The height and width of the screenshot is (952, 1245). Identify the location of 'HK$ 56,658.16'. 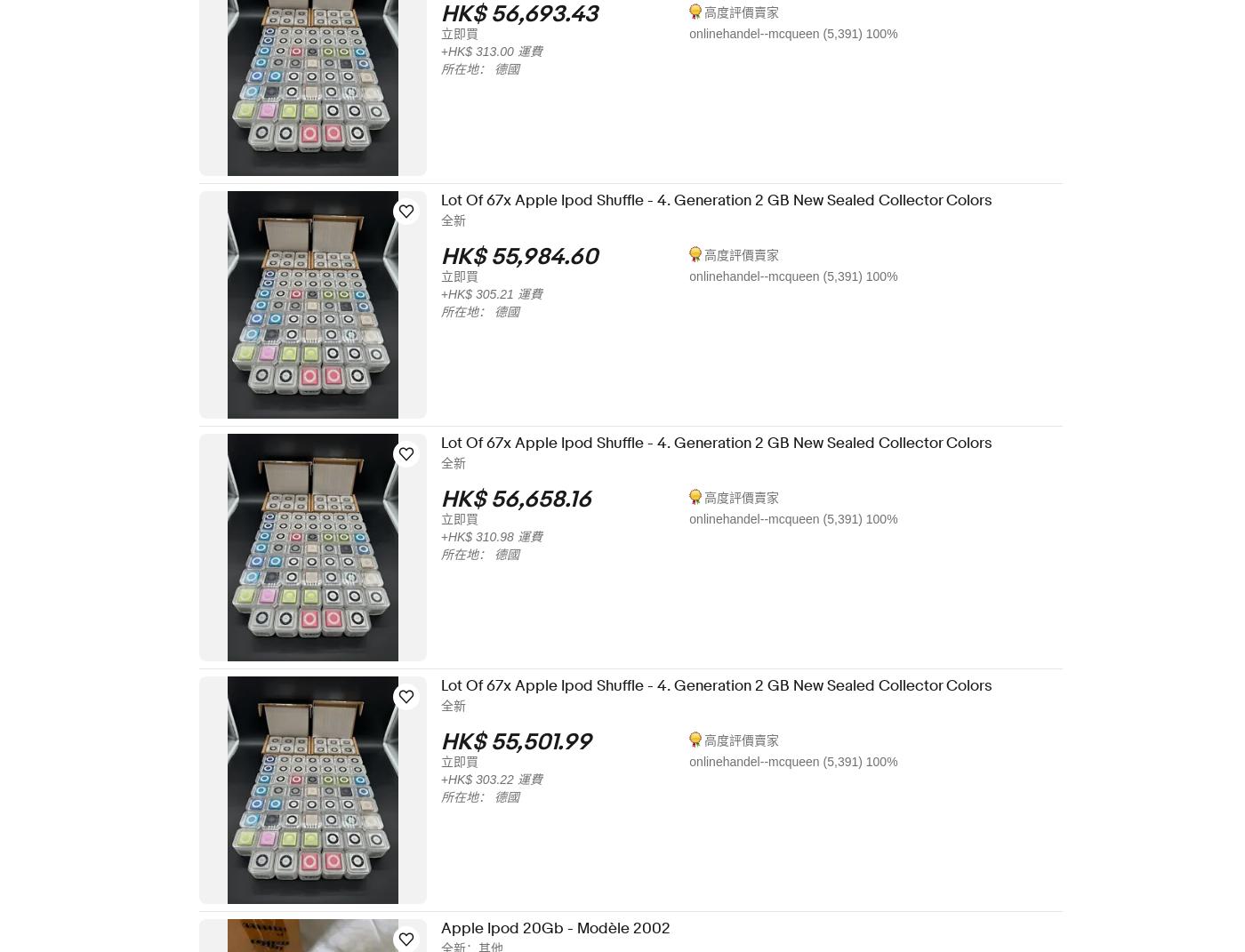
(527, 500).